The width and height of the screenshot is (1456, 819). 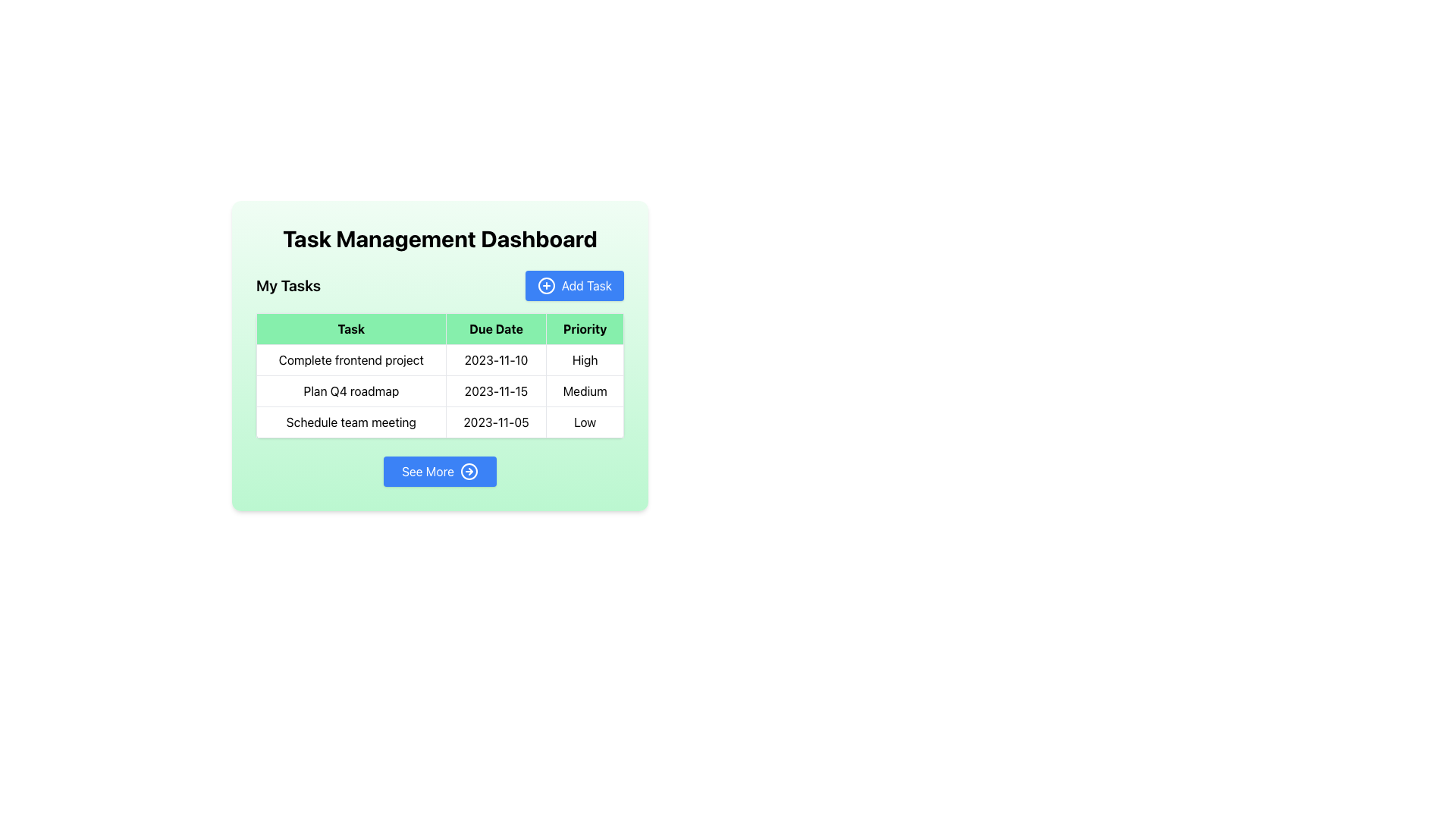 I want to click on text displayed in the label that indicates the priority level of the task in the task management dashboard, located in the third column of the second row under the 'Priority' column, next to the 'Due Date' column, so click(x=584, y=391).